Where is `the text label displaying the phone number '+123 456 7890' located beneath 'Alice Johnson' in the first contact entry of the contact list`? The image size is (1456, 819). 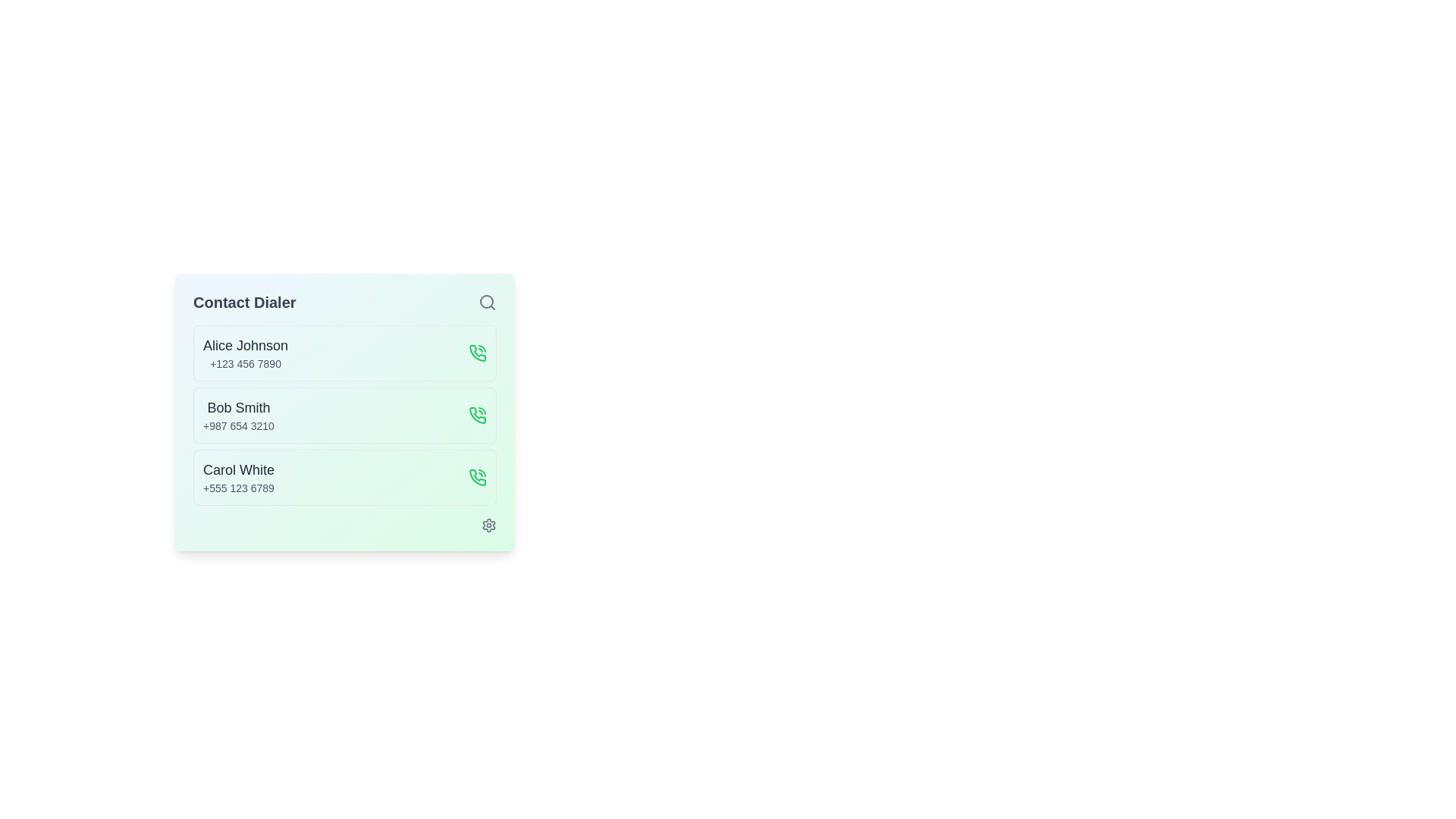 the text label displaying the phone number '+123 456 7890' located beneath 'Alice Johnson' in the first contact entry of the contact list is located at coordinates (246, 363).